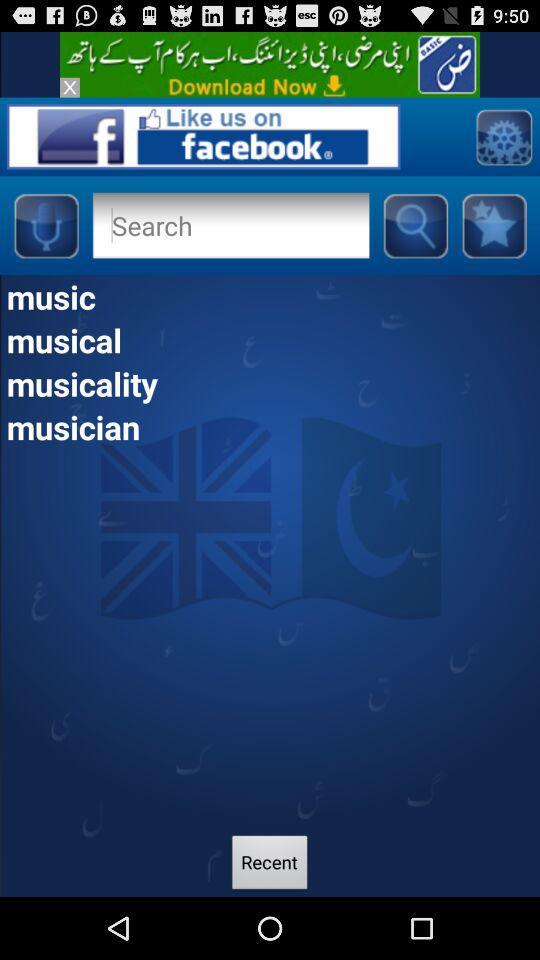 Image resolution: width=540 pixels, height=960 pixels. I want to click on facebook page link, so click(202, 135).